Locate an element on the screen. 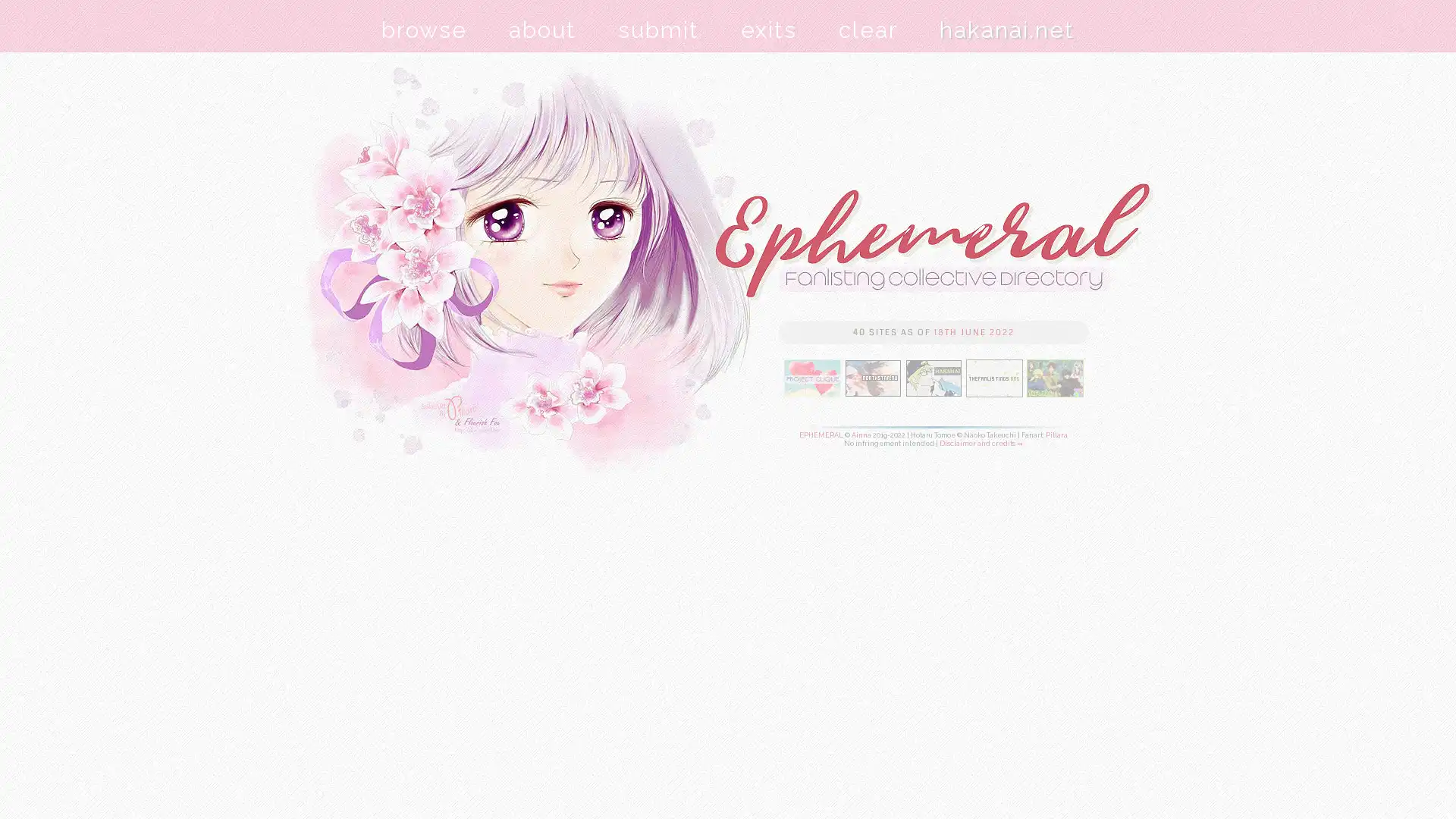  exits is located at coordinates (768, 30).